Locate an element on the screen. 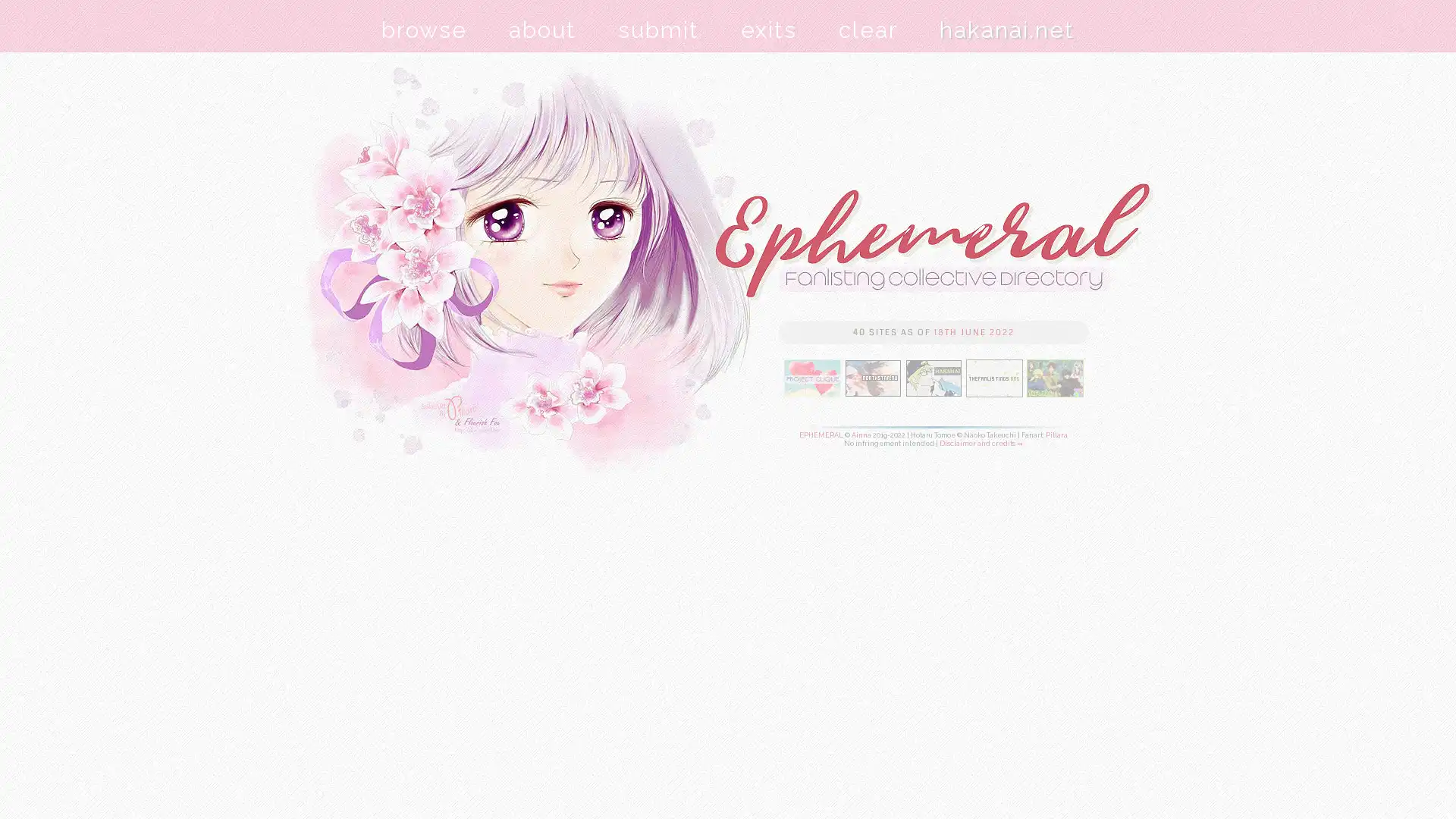  exits is located at coordinates (768, 30).